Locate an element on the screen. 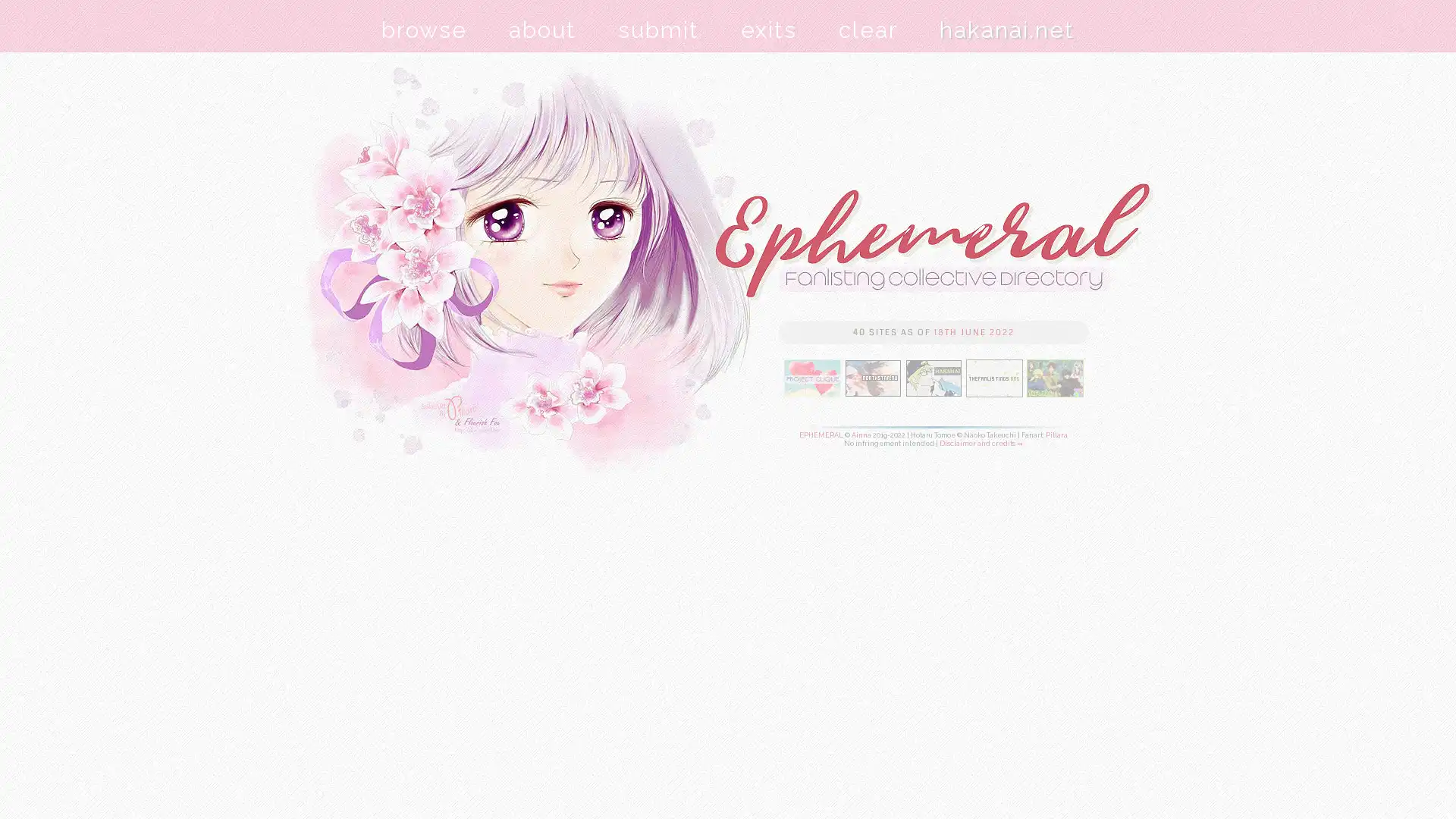  exits is located at coordinates (768, 30).